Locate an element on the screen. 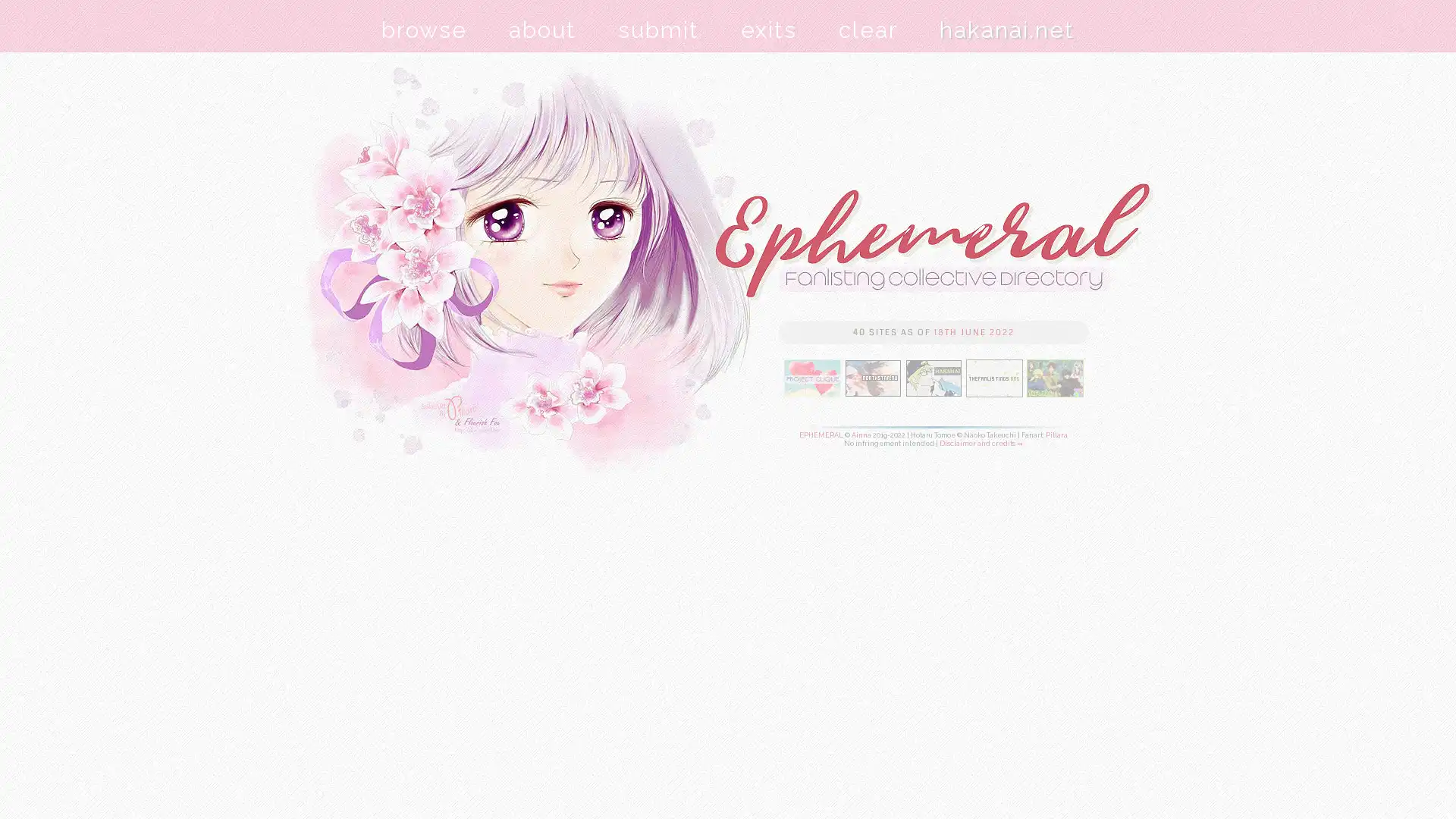  exits is located at coordinates (768, 30).